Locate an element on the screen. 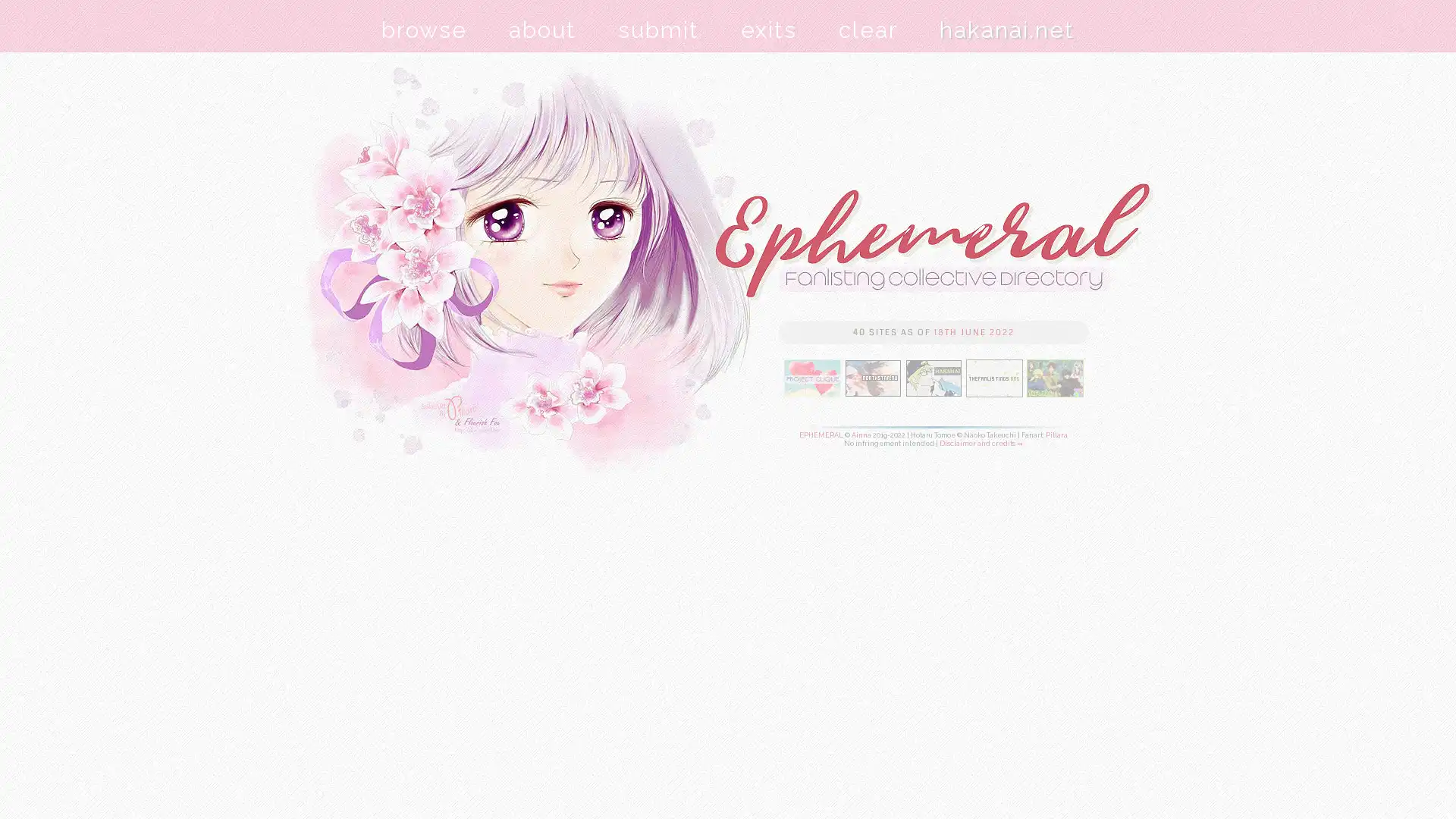  exits is located at coordinates (768, 30).